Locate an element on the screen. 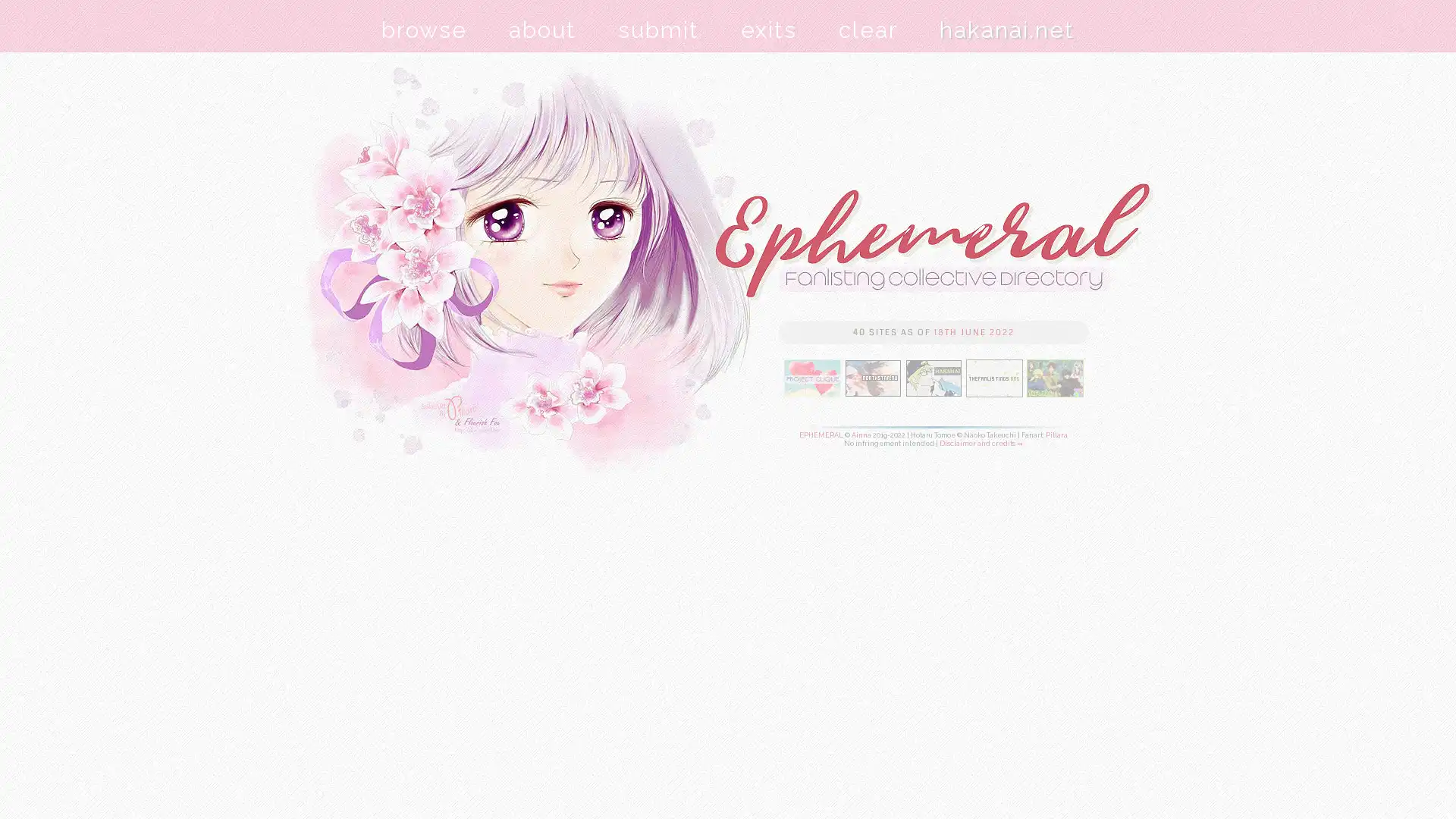  exits is located at coordinates (768, 30).